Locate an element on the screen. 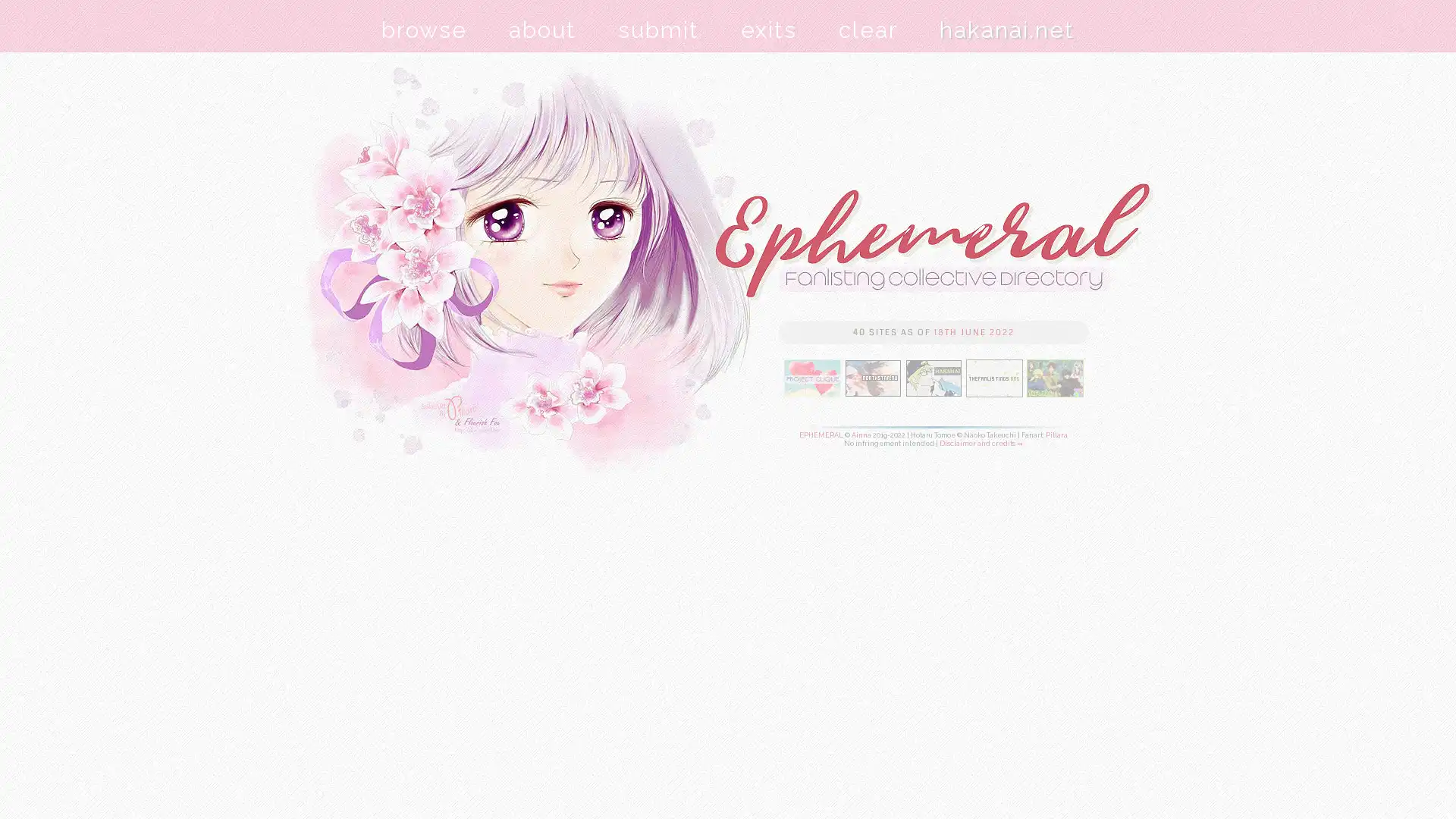  exits is located at coordinates (768, 30).